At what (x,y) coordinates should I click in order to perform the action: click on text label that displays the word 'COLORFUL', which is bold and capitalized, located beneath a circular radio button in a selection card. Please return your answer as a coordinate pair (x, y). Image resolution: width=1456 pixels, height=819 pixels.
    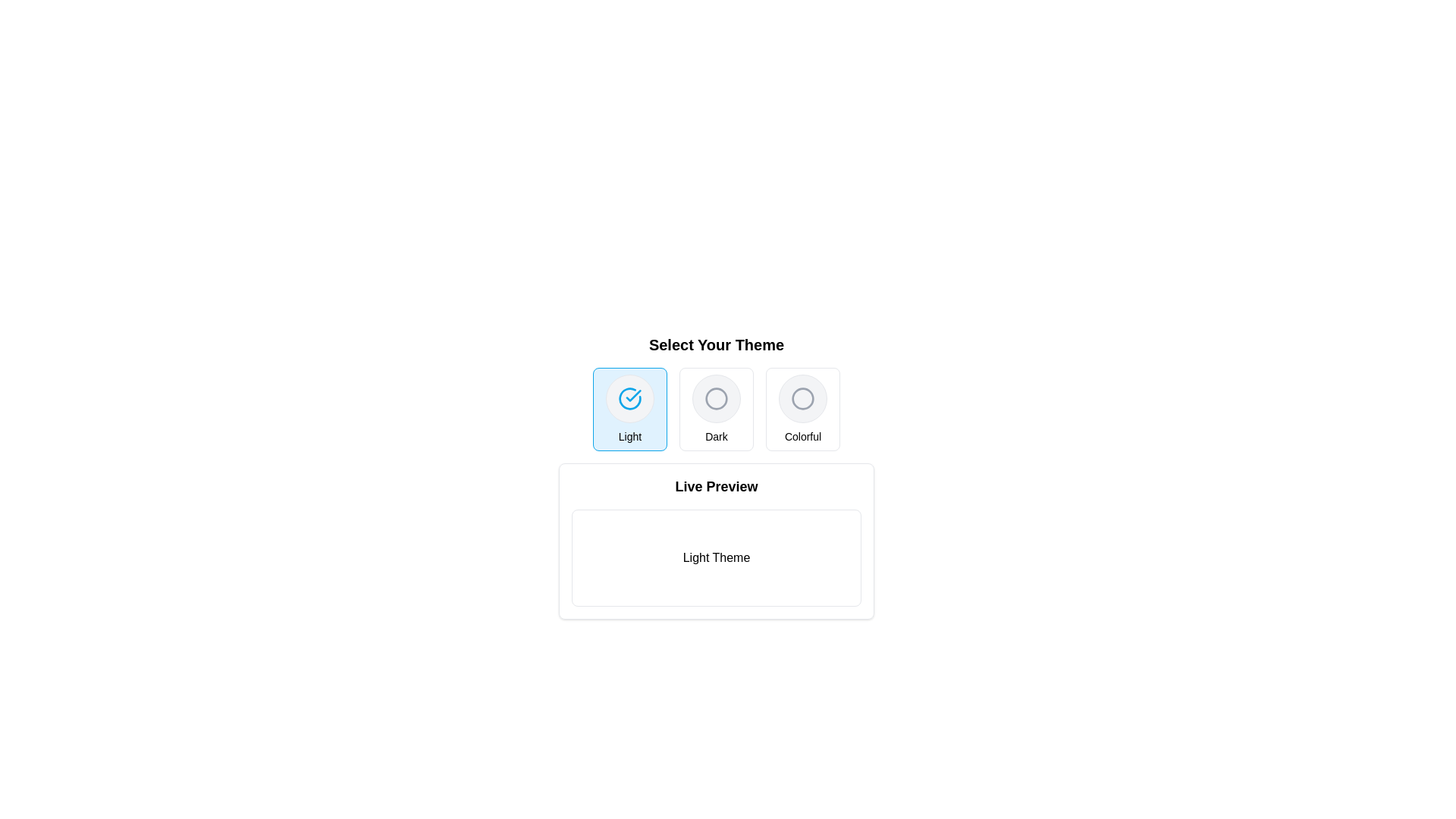
    Looking at the image, I should click on (802, 436).